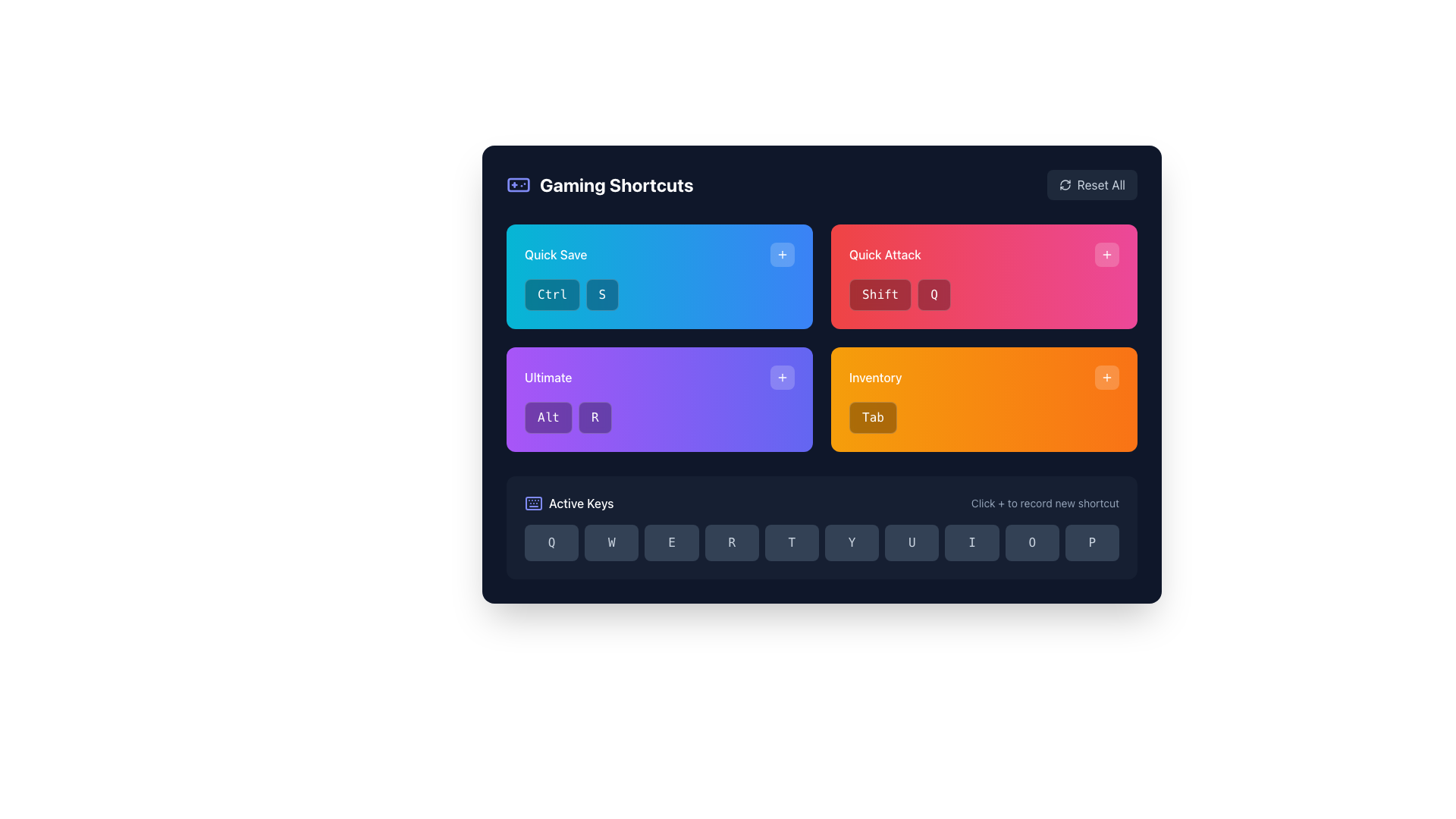  I want to click on the keyboard shortcut display consisting of the adjacent 'Alt' and 'R' buttons with a dark translucent background located in the lower section of the 'Ultimate' purple card, so click(659, 418).